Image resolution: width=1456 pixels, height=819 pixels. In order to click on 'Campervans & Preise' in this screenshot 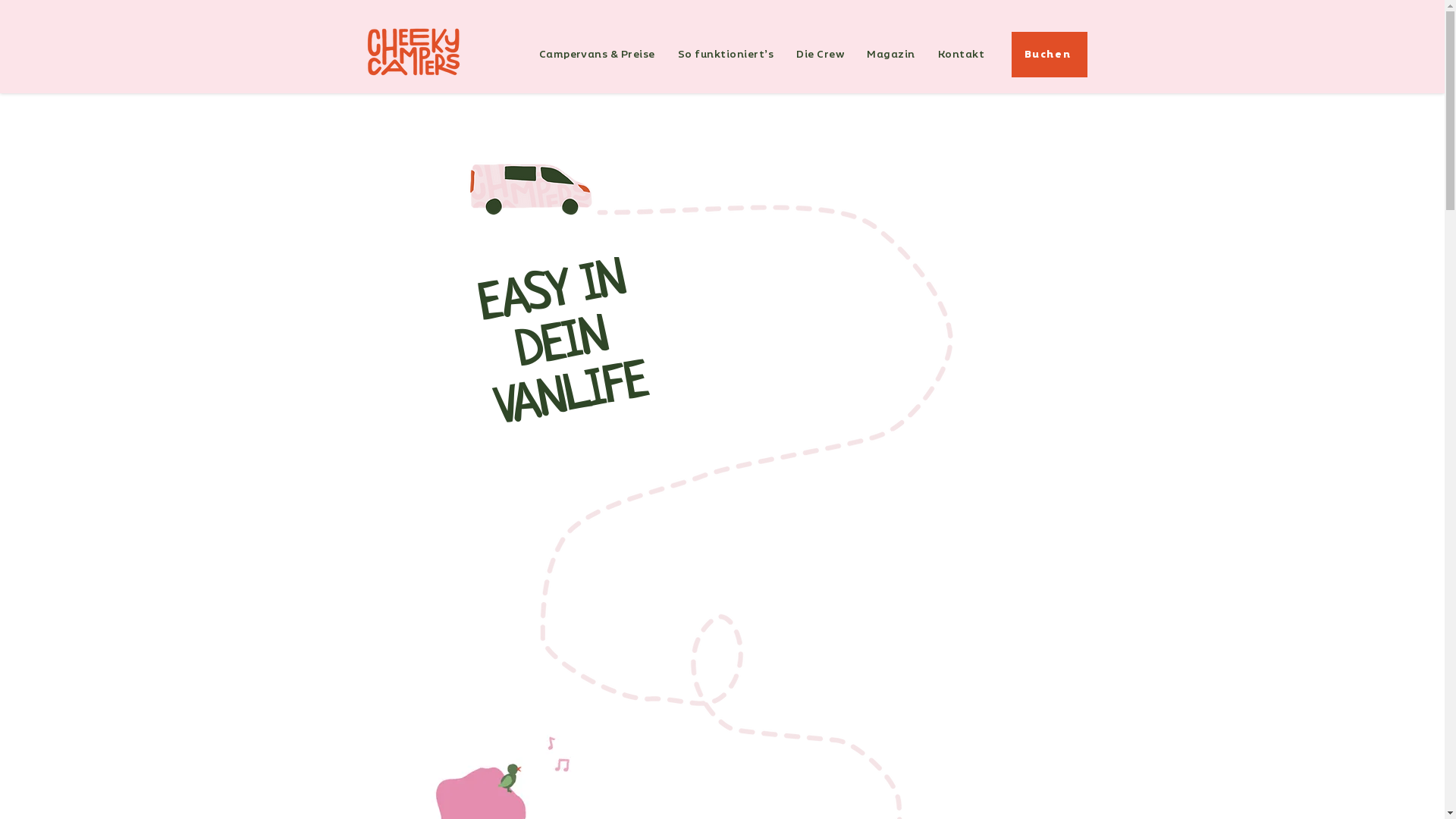, I will do `click(596, 54)`.